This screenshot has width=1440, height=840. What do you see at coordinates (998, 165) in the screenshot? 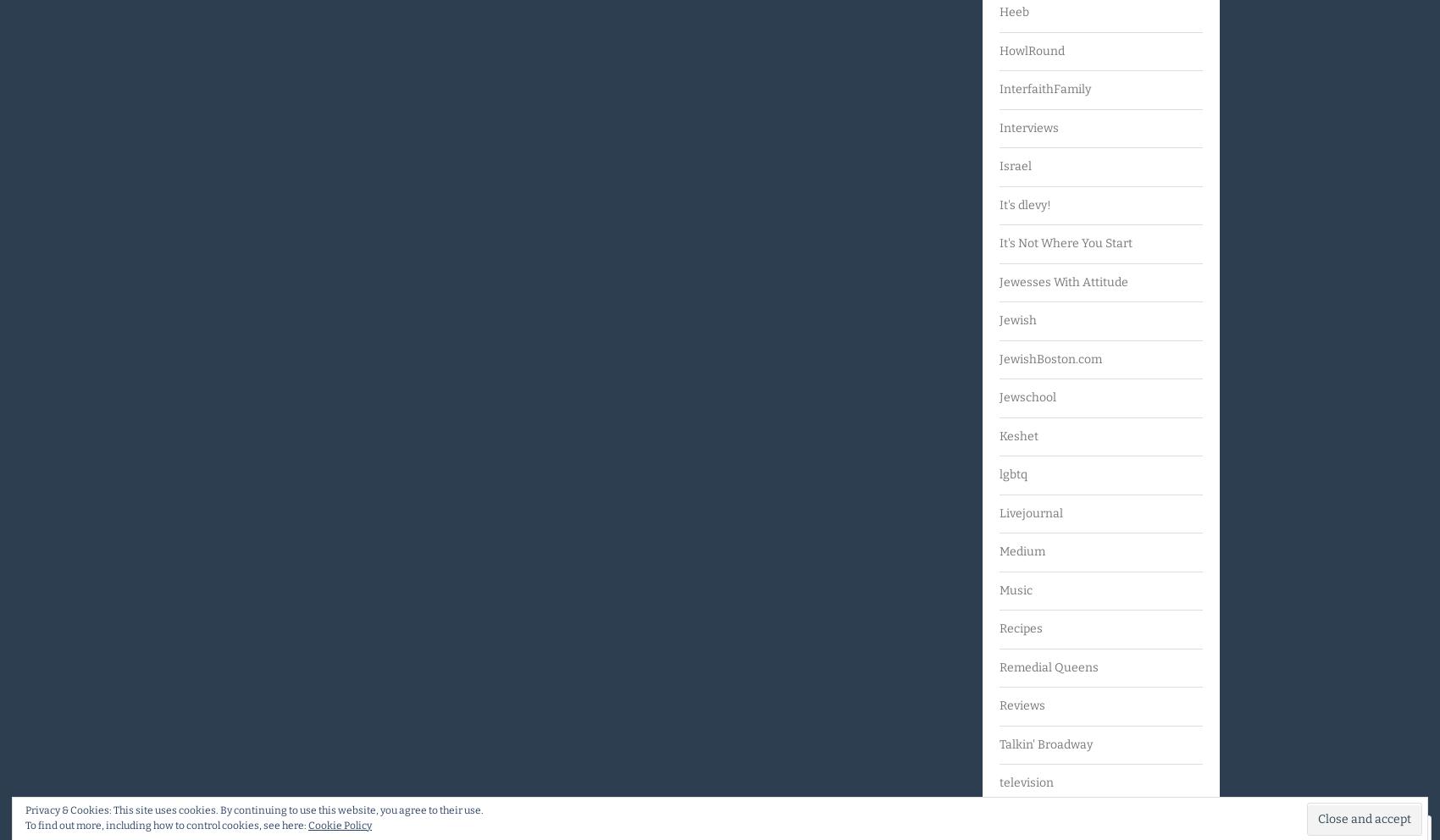
I see `'Israel'` at bounding box center [998, 165].